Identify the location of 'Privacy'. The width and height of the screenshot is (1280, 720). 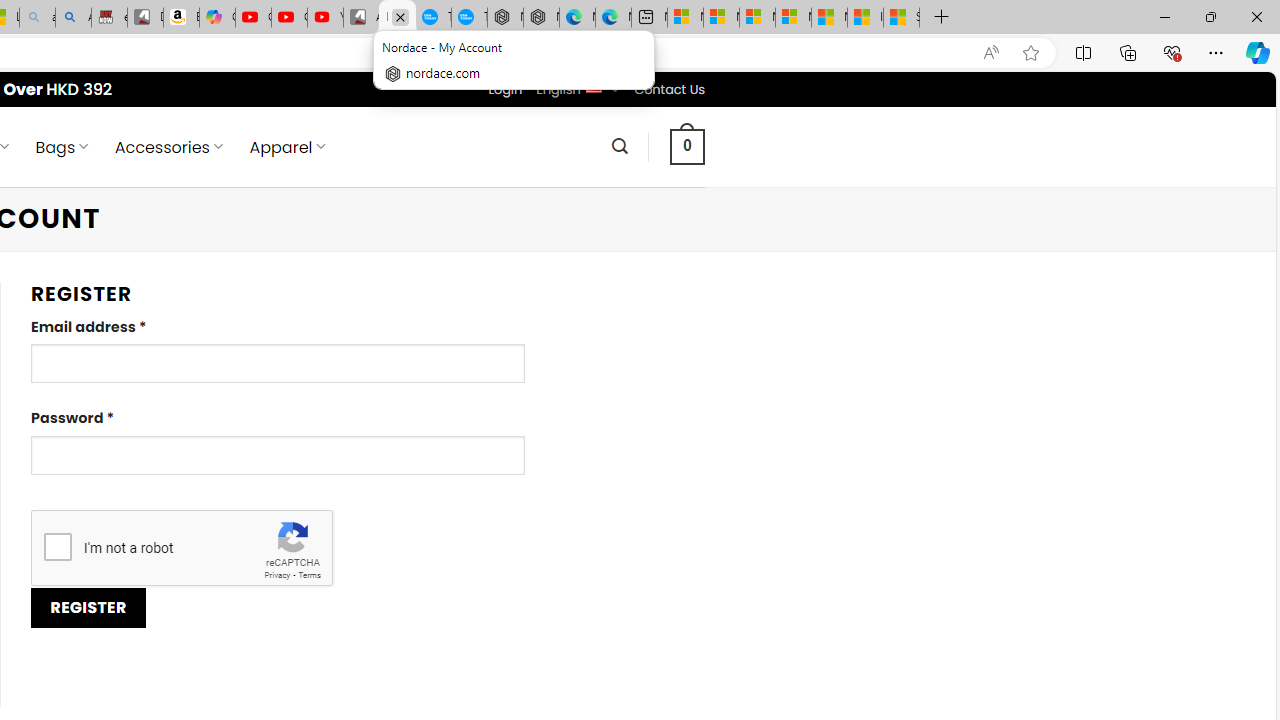
(276, 575).